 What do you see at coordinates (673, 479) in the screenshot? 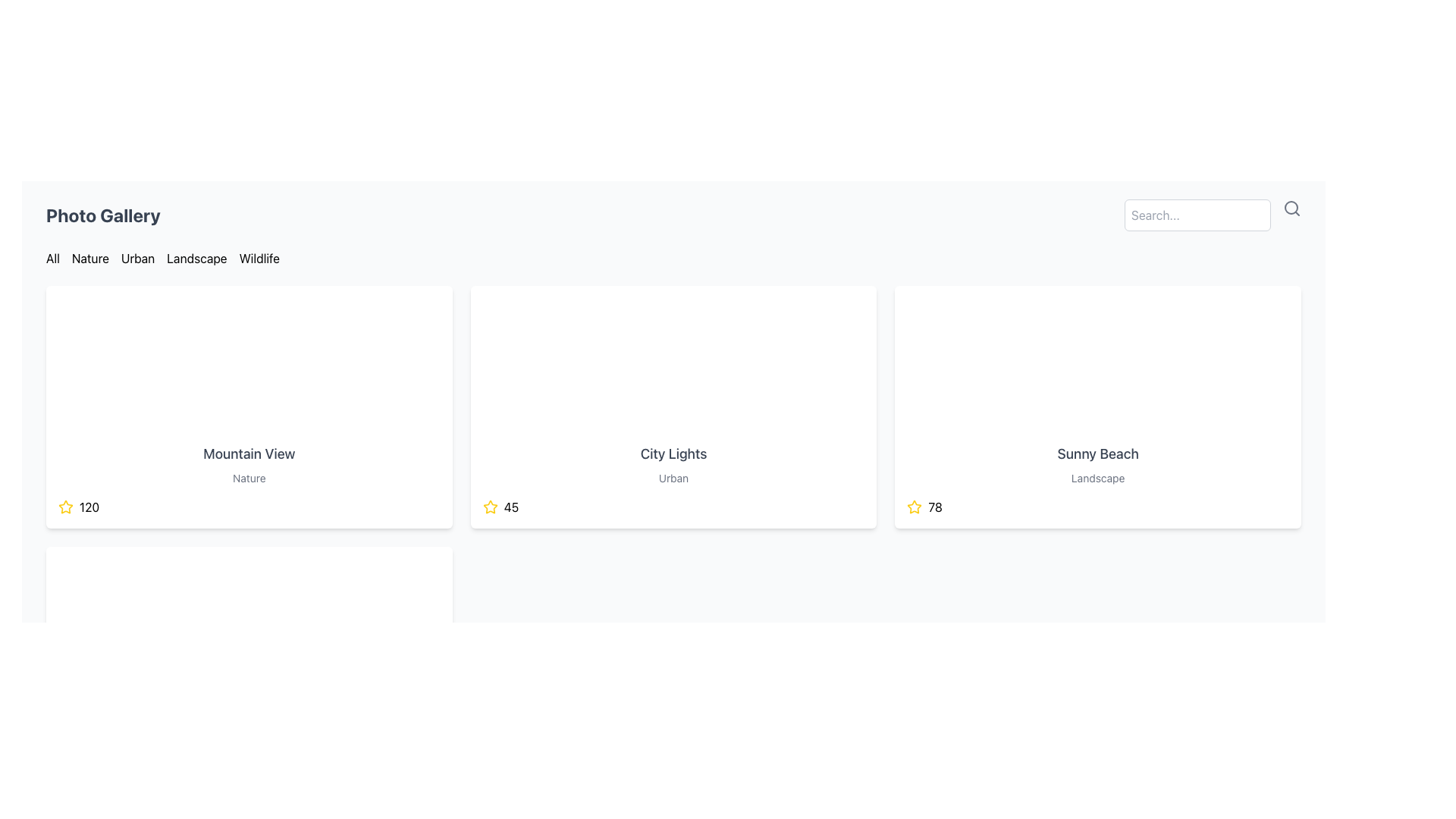
I see `the static text label 'Urban' which is styled in a small, gray font and positioned between 'City Lights' and '45' within a card-like layout` at bounding box center [673, 479].